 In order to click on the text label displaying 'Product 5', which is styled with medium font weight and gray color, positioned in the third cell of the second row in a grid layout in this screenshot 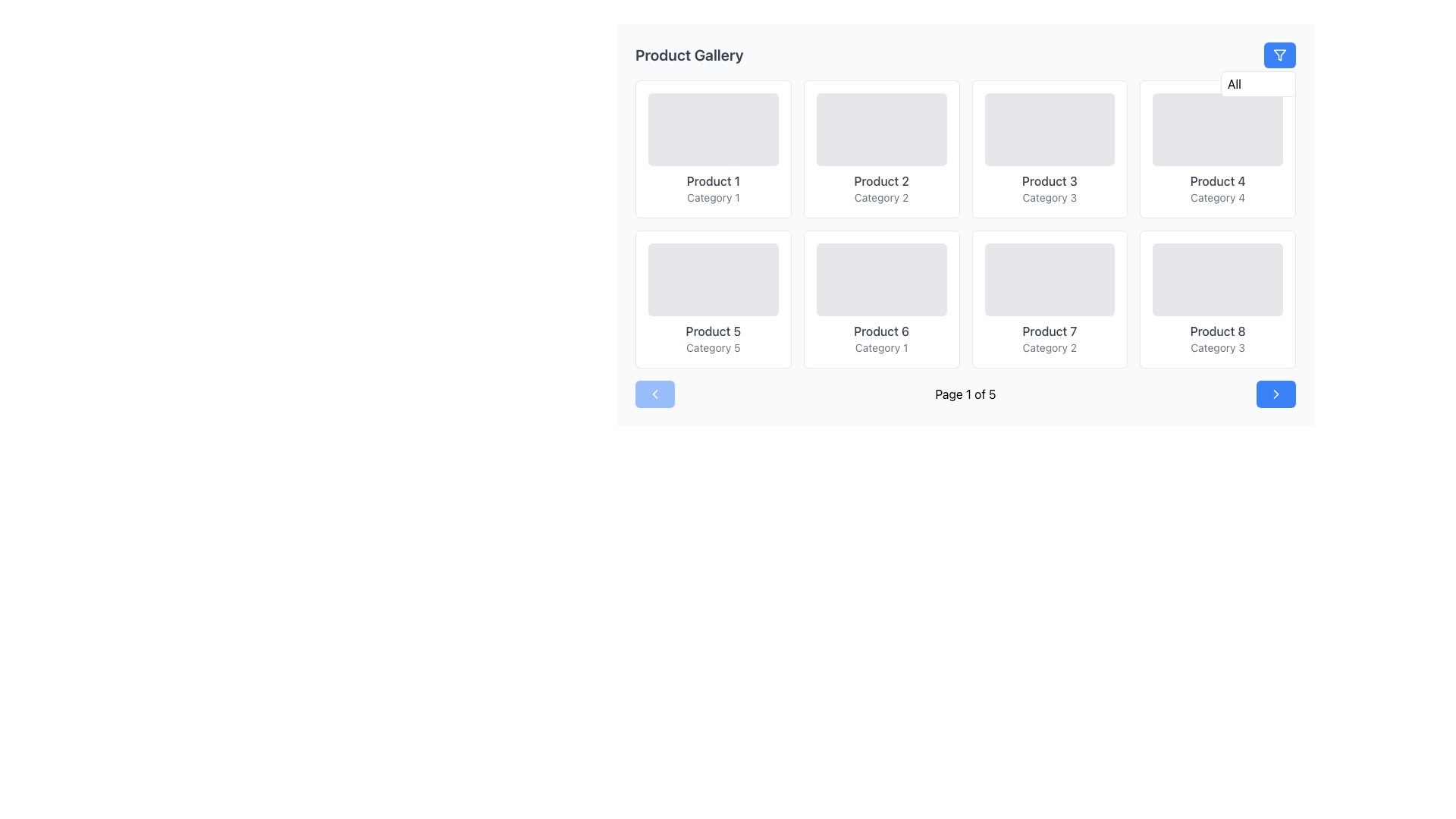, I will do `click(712, 330)`.